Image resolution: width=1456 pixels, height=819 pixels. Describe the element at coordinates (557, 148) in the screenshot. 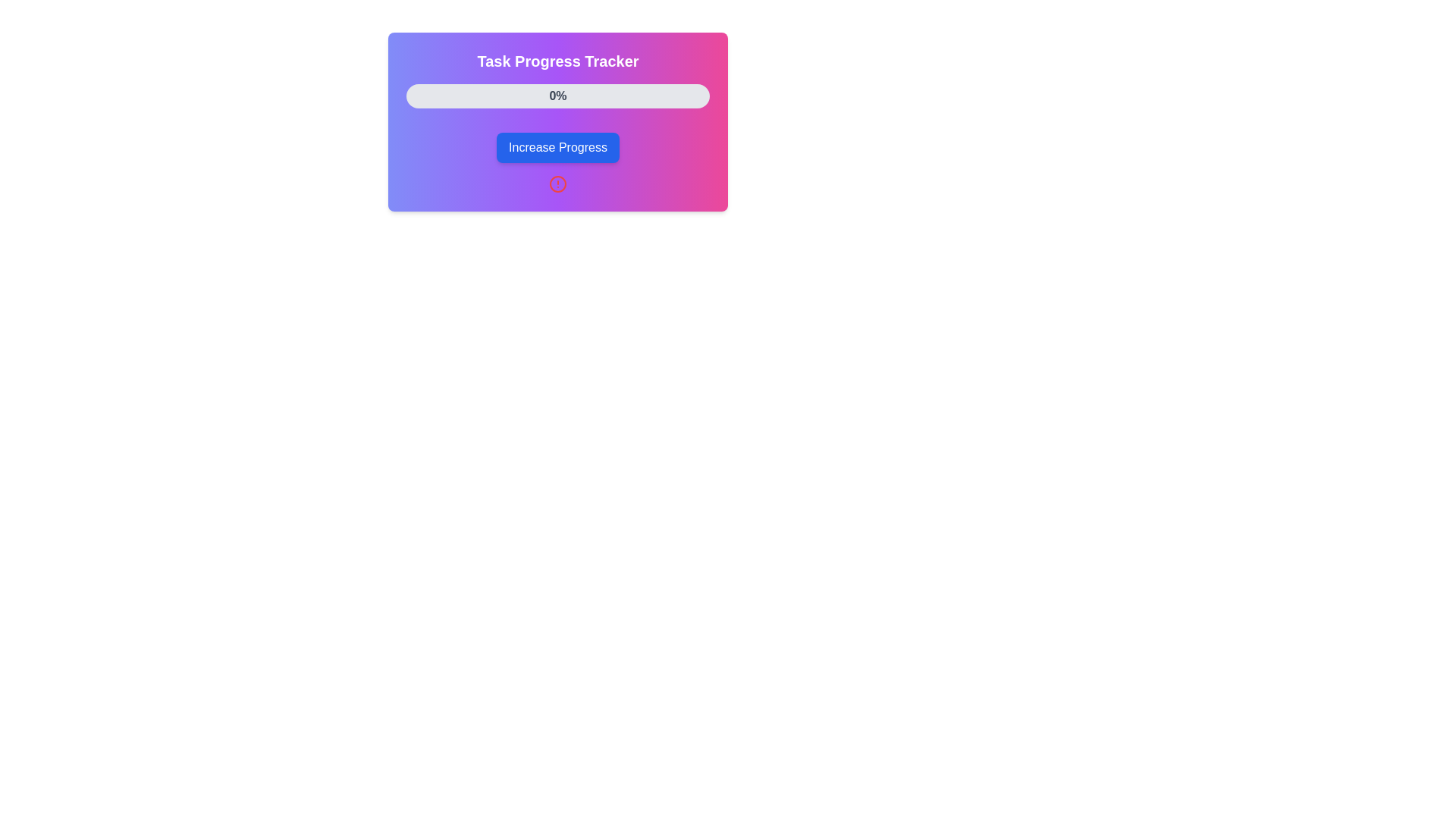

I see `the centrally located button below the progress bar and above the circular icon` at that location.